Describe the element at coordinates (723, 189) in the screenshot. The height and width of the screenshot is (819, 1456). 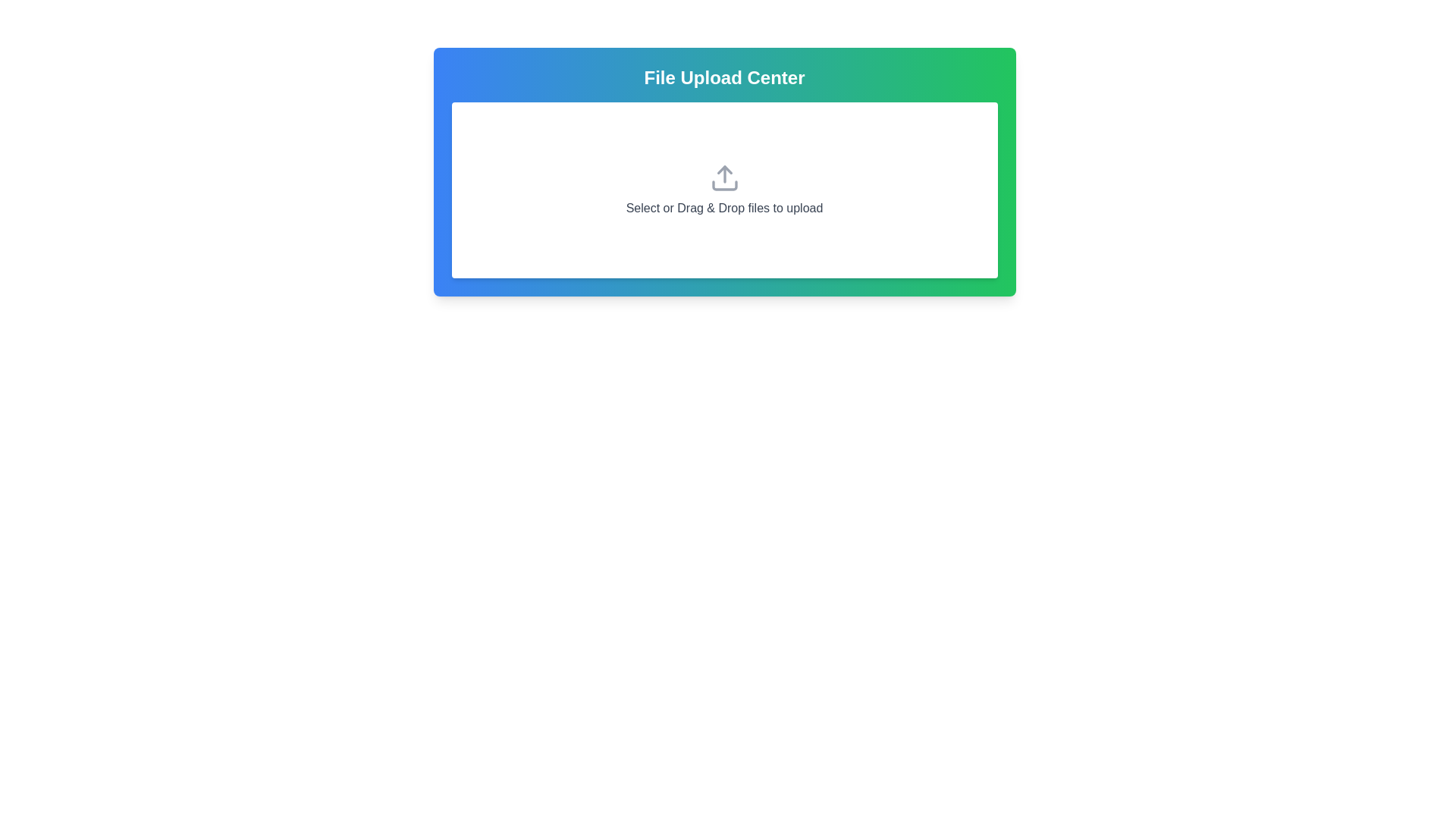
I see `the Interactive file upload area, which is a white rectangular box with an upward arrow icon and the text 'Select or Drag & Drop files to upload'` at that location.